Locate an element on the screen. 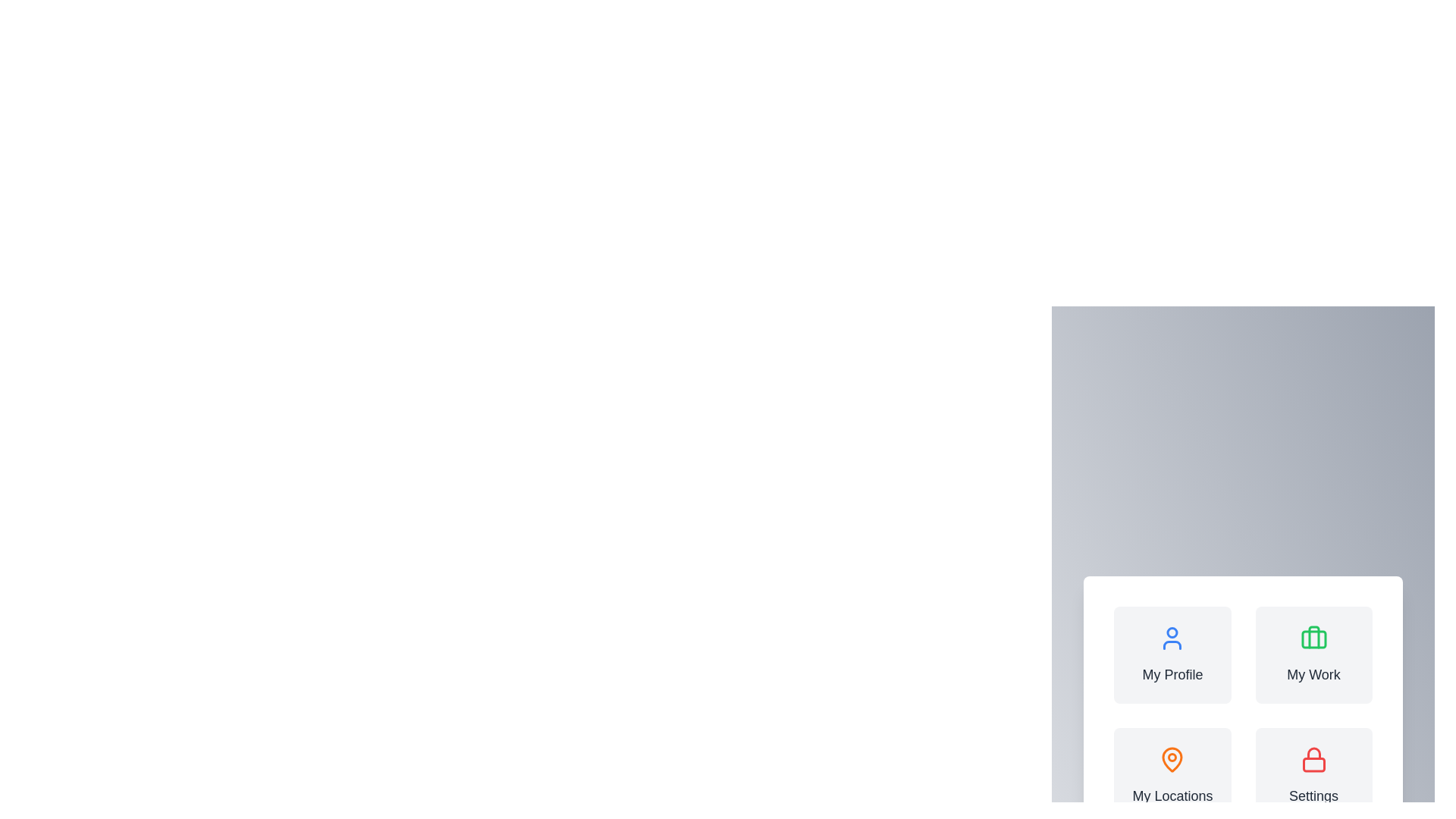 This screenshot has width=1456, height=819. the 'My Work' Text Label located under the briefcase icon in the second column of the grid structure is located at coordinates (1313, 674).